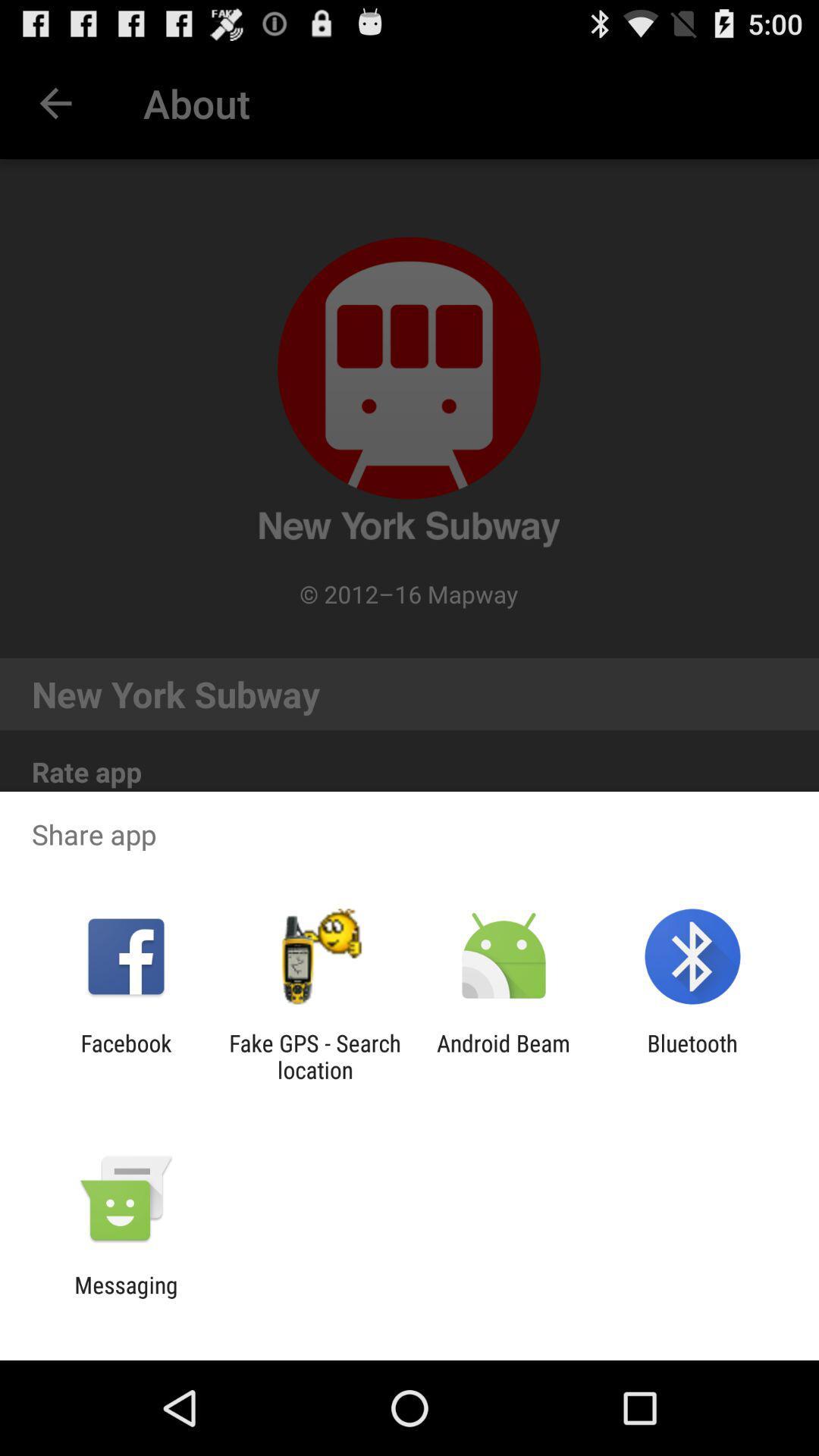  I want to click on the messaging app, so click(125, 1298).